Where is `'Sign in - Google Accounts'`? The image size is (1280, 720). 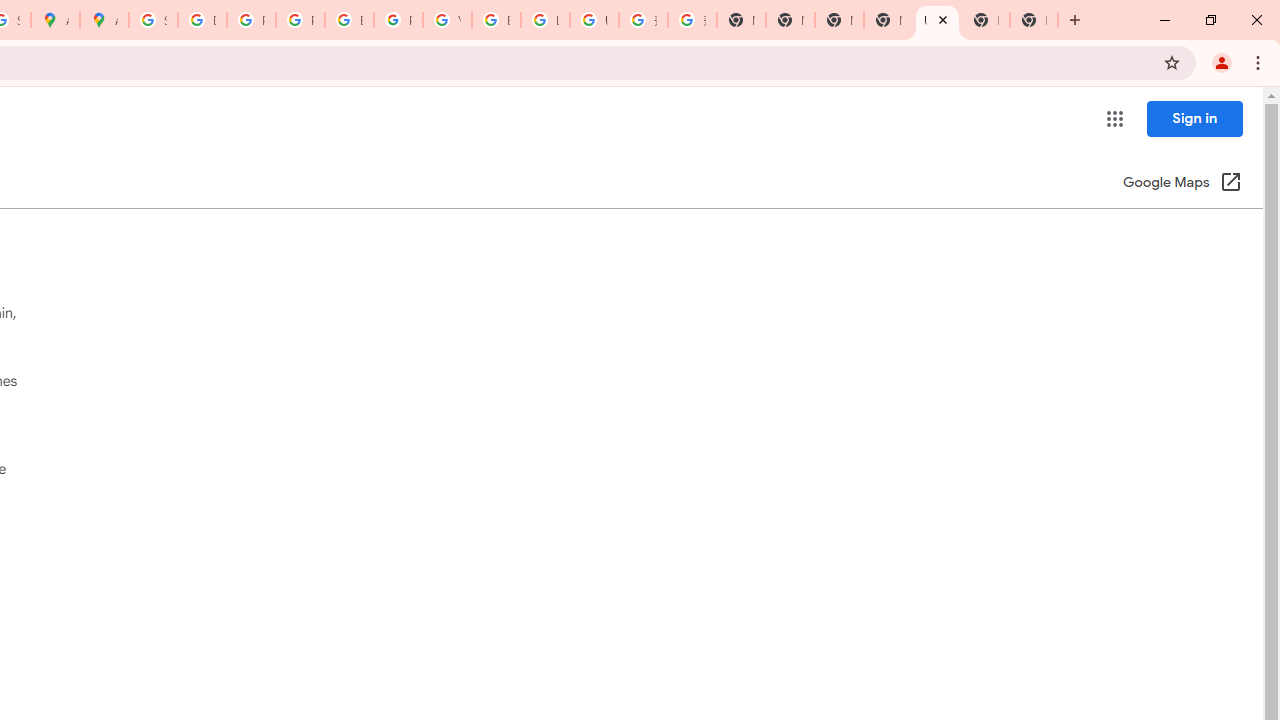 'Sign in - Google Accounts' is located at coordinates (152, 20).